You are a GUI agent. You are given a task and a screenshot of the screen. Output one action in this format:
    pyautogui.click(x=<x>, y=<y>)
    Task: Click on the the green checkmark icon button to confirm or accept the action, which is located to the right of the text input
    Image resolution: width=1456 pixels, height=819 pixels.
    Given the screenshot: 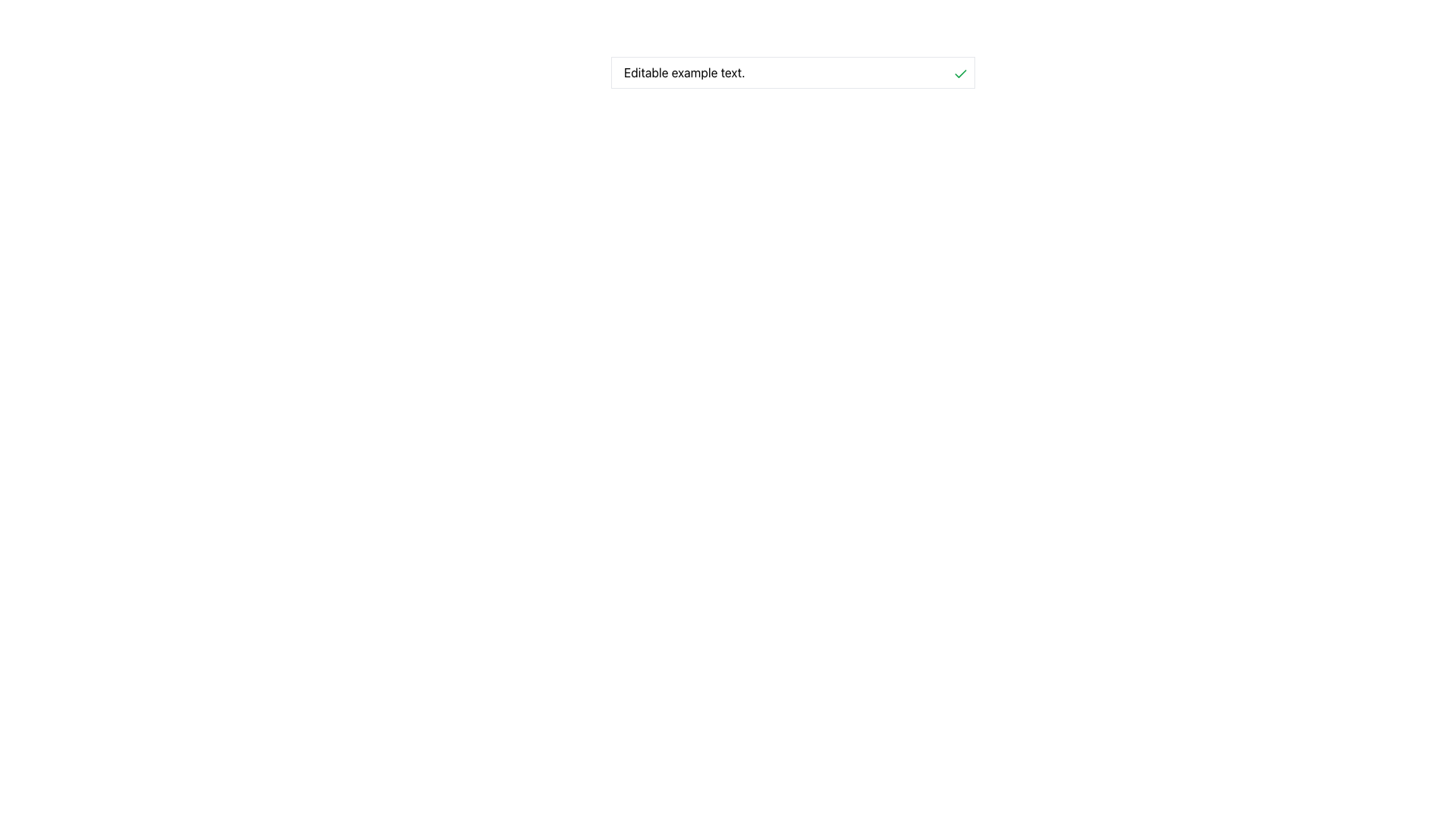 What is the action you would take?
    pyautogui.click(x=960, y=73)
    